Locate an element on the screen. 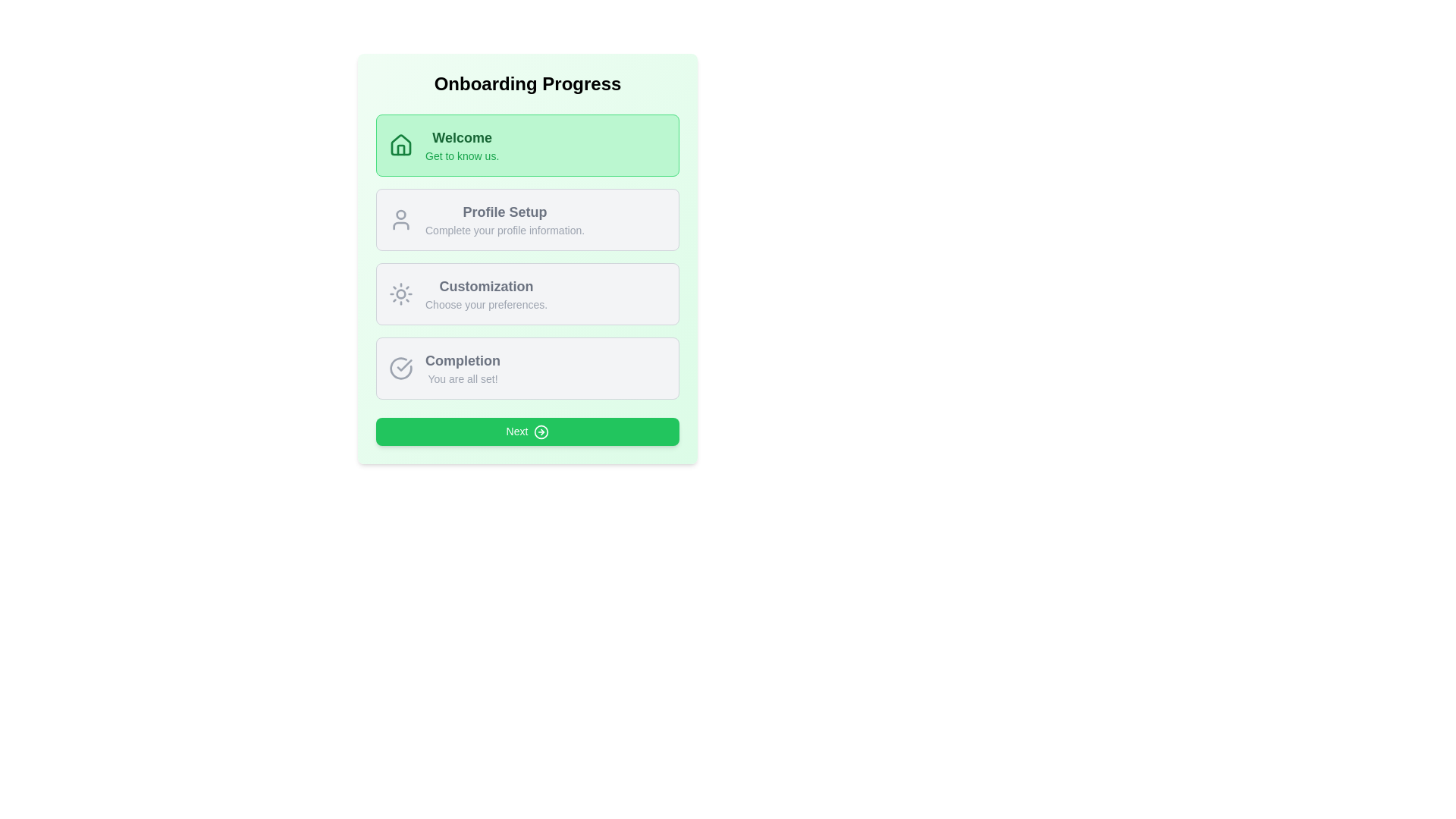  the house-shaped icon with bold green outlines located in the 'Welcome' section of the onboarding interface is located at coordinates (400, 145).